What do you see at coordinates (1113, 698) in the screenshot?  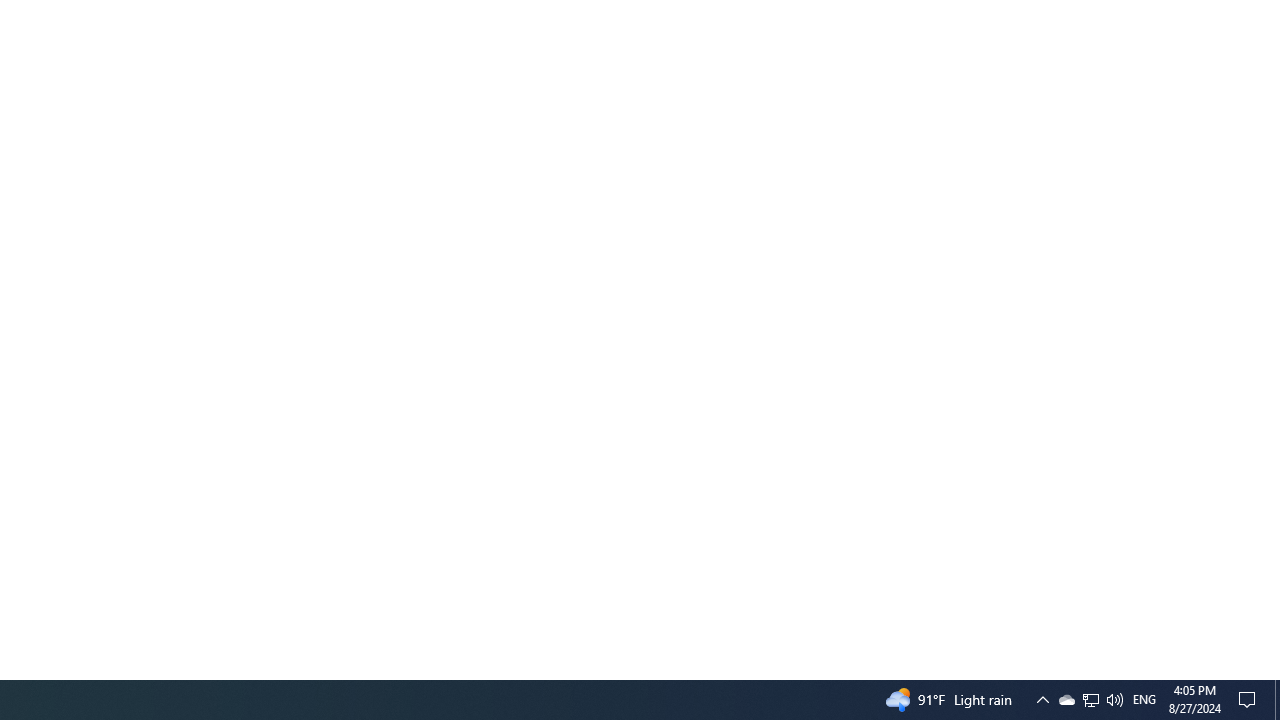 I see `'Q2790: 100%'` at bounding box center [1113, 698].